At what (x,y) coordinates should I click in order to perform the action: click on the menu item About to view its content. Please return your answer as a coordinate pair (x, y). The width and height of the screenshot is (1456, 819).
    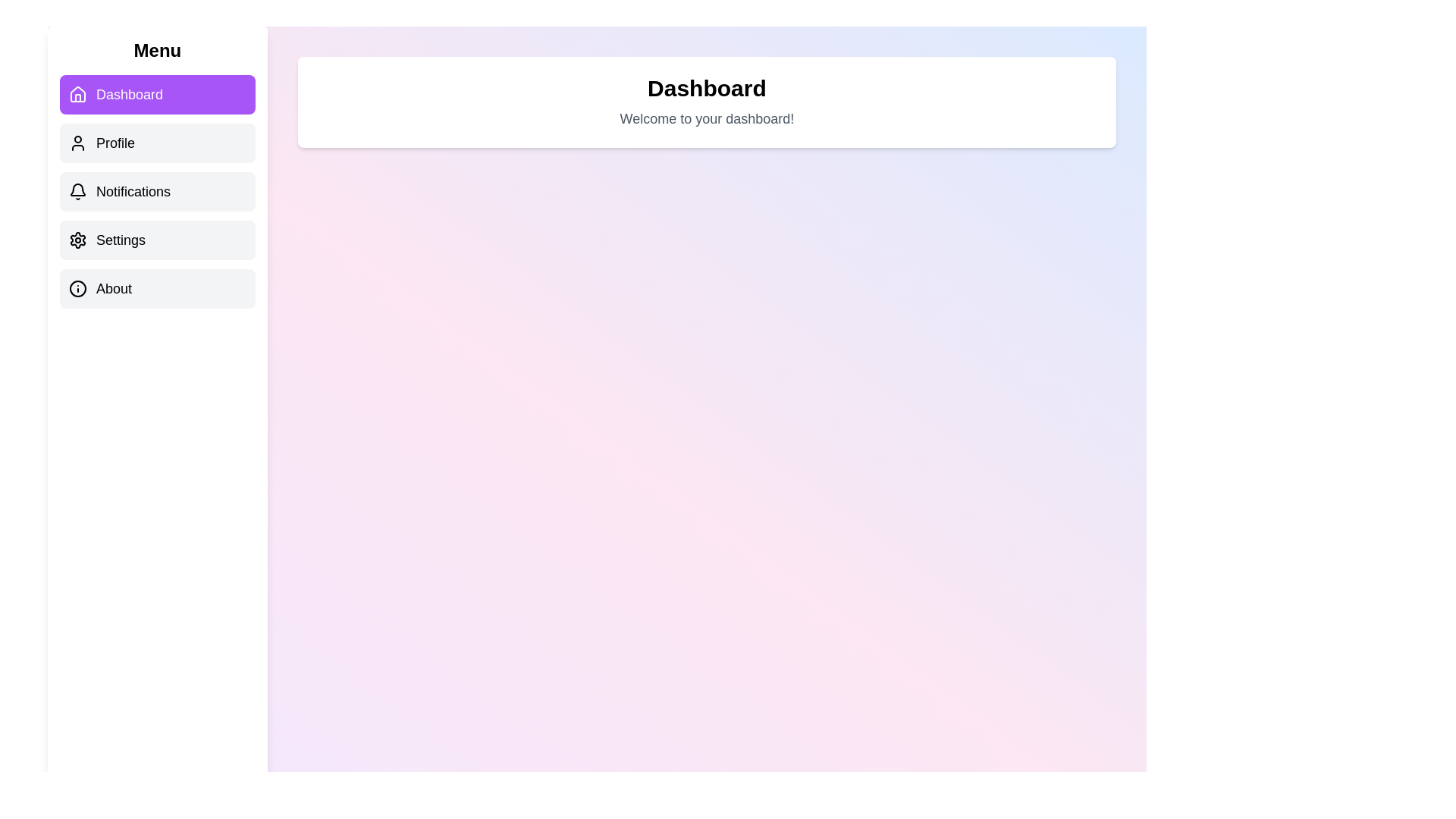
    Looking at the image, I should click on (157, 289).